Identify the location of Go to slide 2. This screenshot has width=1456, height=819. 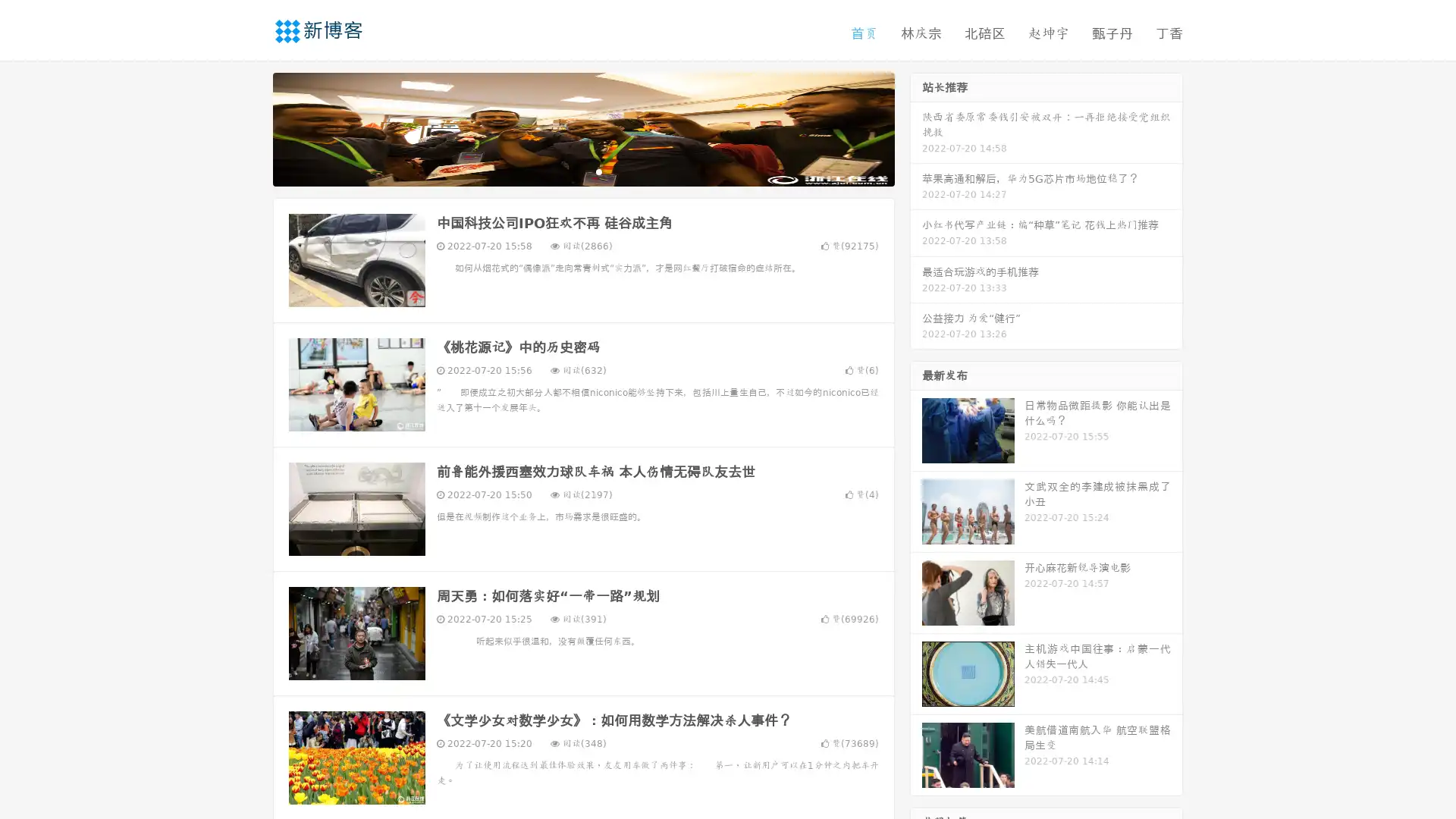
(582, 171).